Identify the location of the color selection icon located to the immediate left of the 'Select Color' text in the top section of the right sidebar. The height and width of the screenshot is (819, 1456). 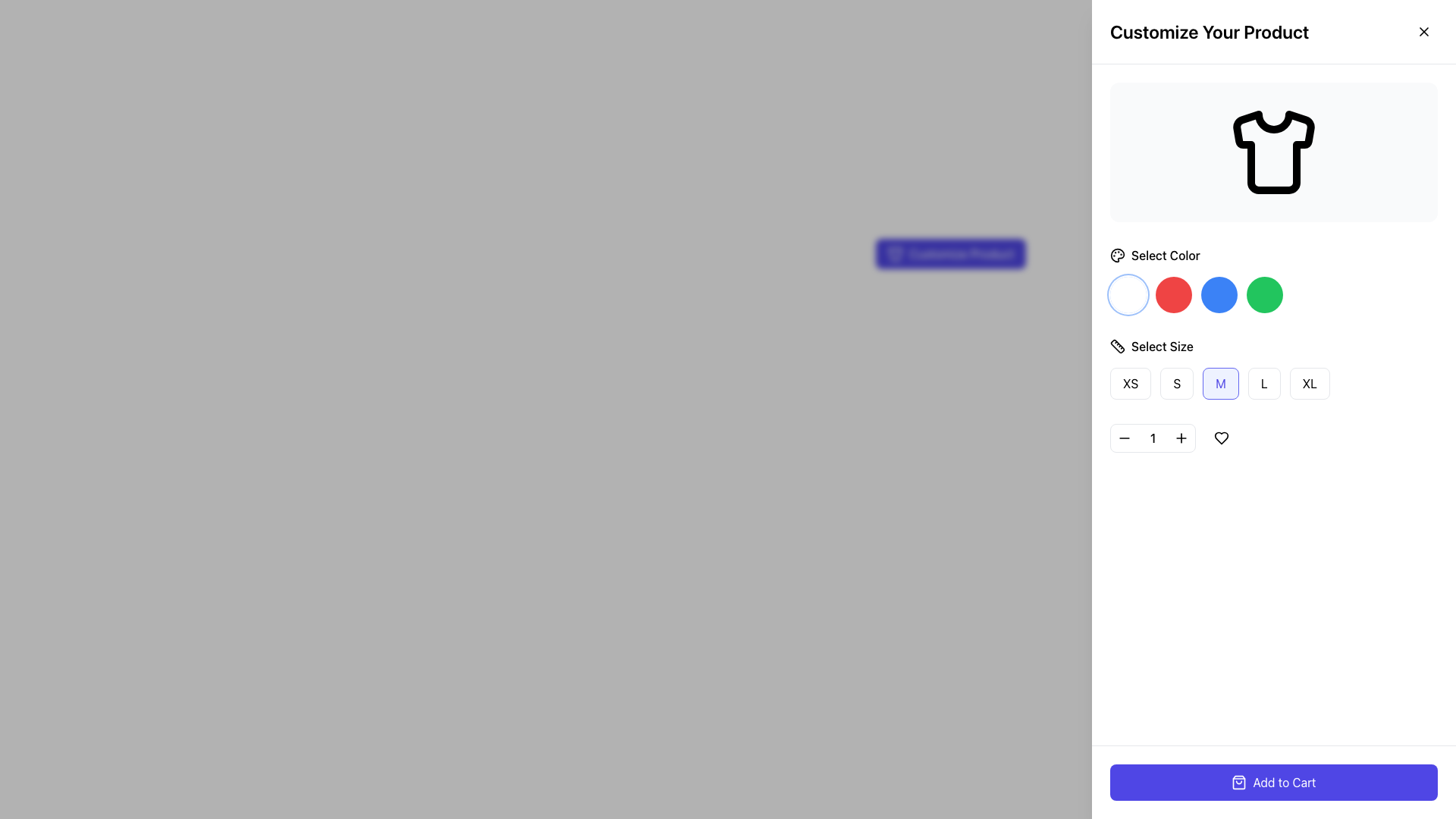
(1117, 254).